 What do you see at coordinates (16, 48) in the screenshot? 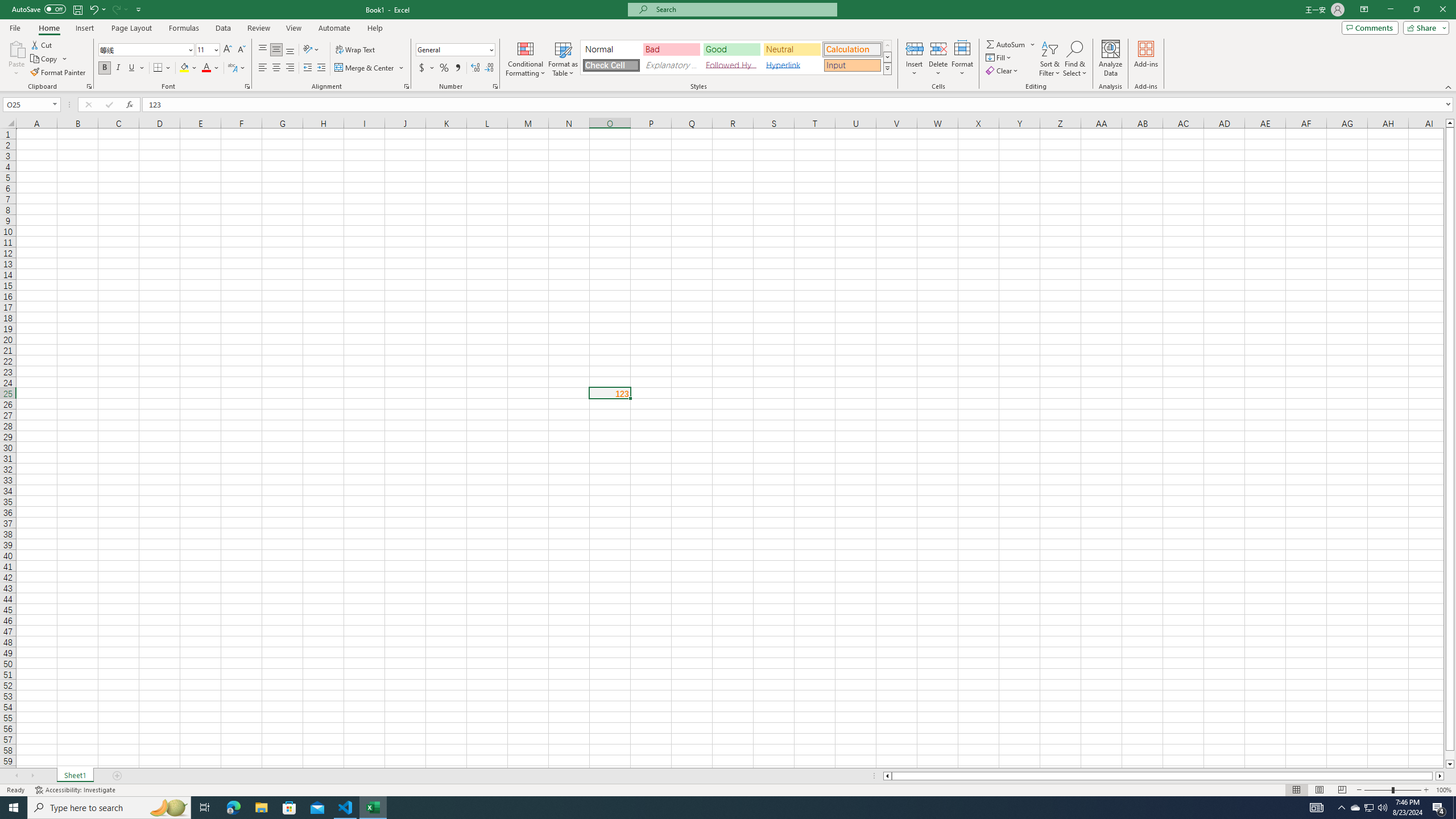
I see `'Paste'` at bounding box center [16, 48].